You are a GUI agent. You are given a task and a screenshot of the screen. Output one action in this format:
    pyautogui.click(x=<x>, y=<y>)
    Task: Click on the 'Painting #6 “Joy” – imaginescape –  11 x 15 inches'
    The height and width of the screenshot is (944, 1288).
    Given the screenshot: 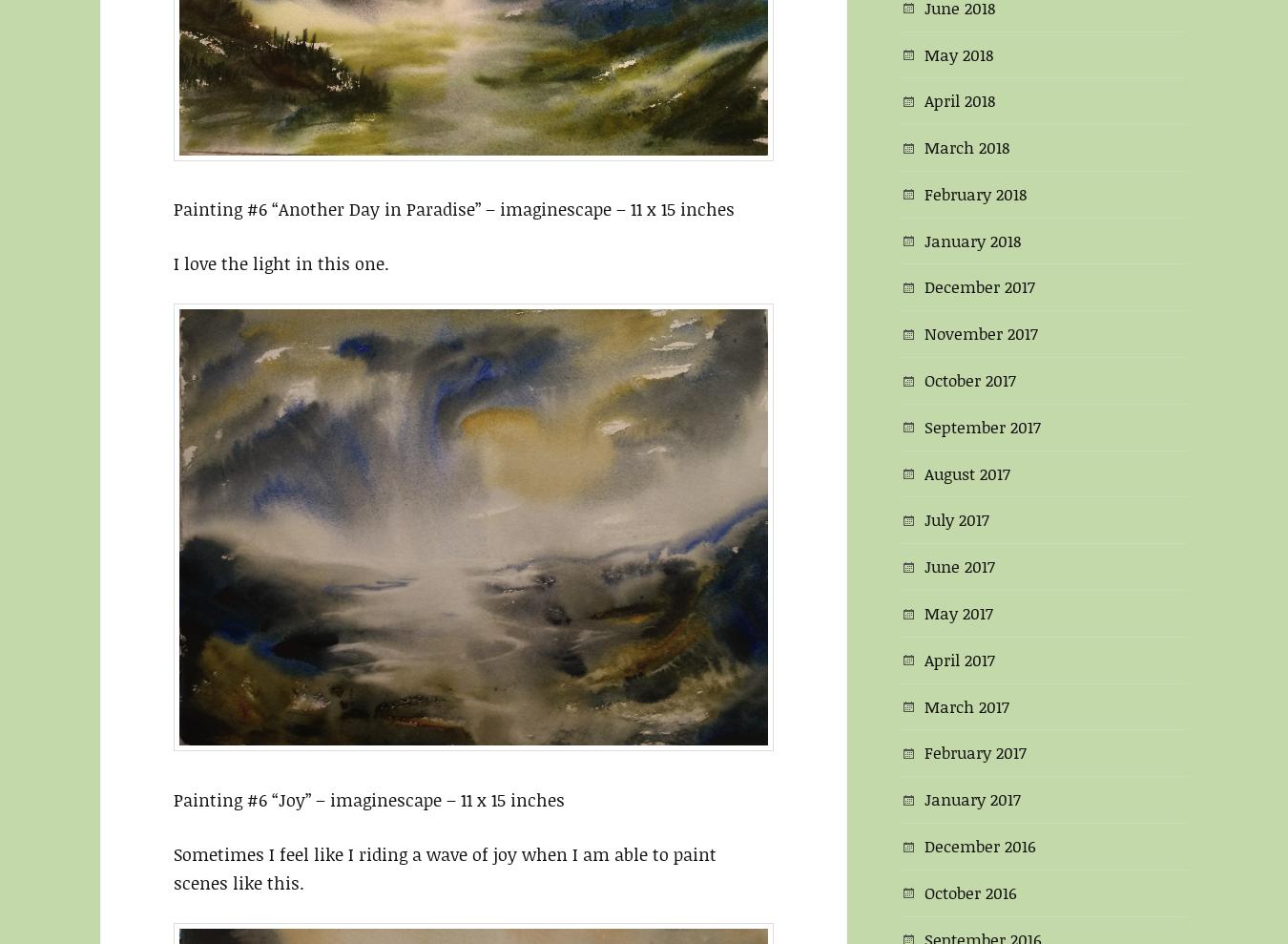 What is the action you would take?
    pyautogui.click(x=369, y=798)
    